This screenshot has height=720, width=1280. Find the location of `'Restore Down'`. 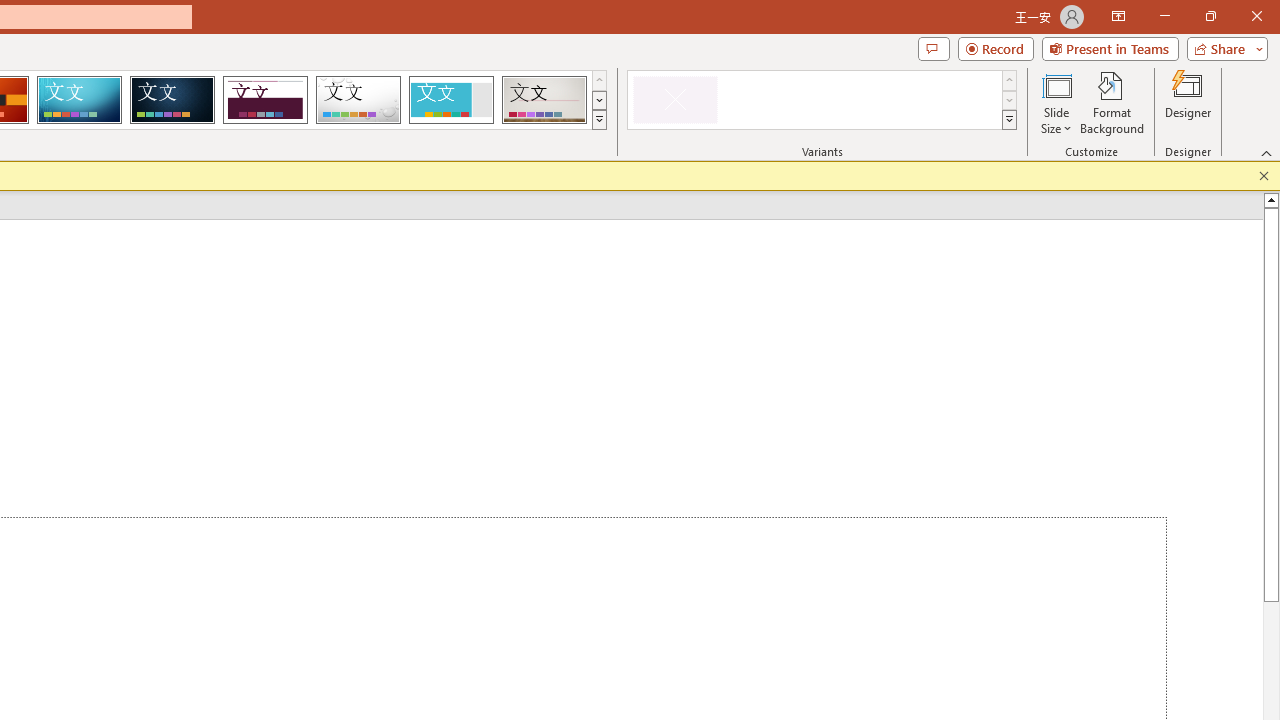

'Restore Down' is located at coordinates (1209, 16).